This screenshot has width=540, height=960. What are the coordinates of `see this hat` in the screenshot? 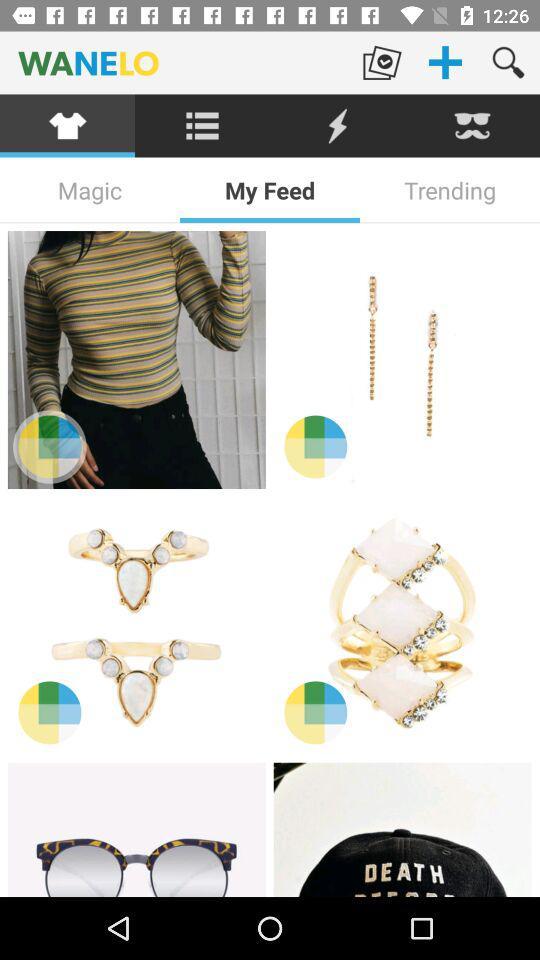 It's located at (402, 829).